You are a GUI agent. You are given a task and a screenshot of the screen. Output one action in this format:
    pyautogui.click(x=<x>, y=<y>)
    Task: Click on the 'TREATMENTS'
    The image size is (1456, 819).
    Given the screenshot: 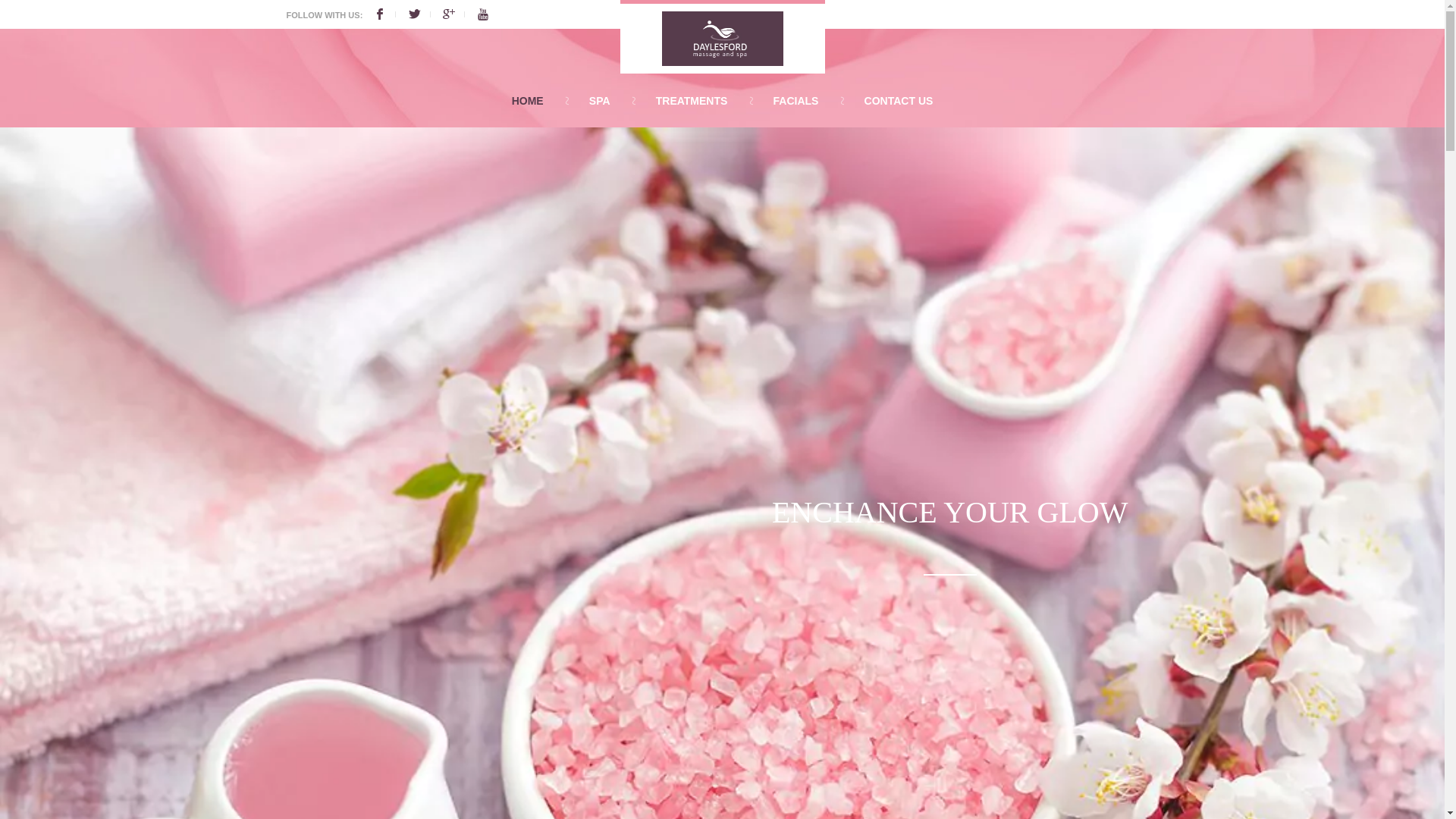 What is the action you would take?
    pyautogui.click(x=691, y=100)
    